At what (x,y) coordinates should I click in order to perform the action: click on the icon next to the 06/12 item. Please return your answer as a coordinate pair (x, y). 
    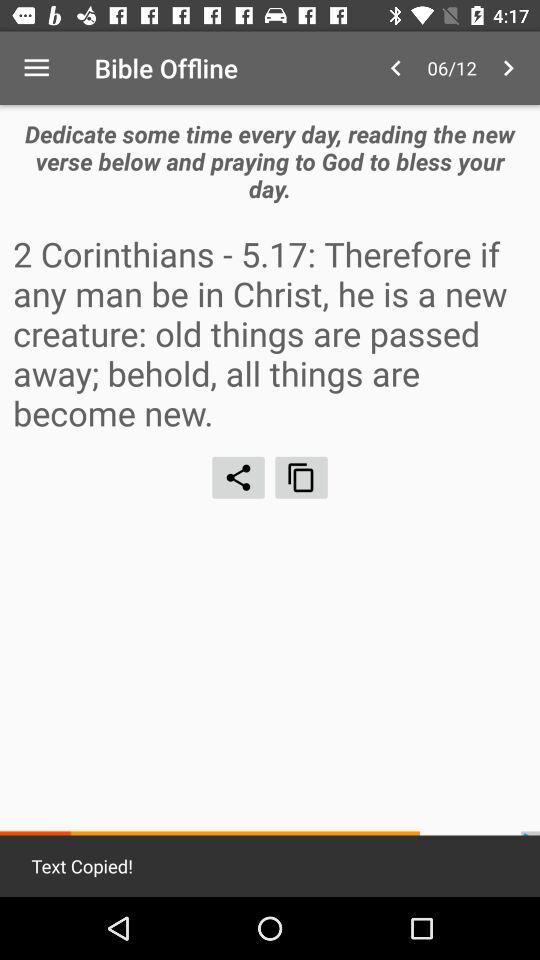
    Looking at the image, I should click on (508, 68).